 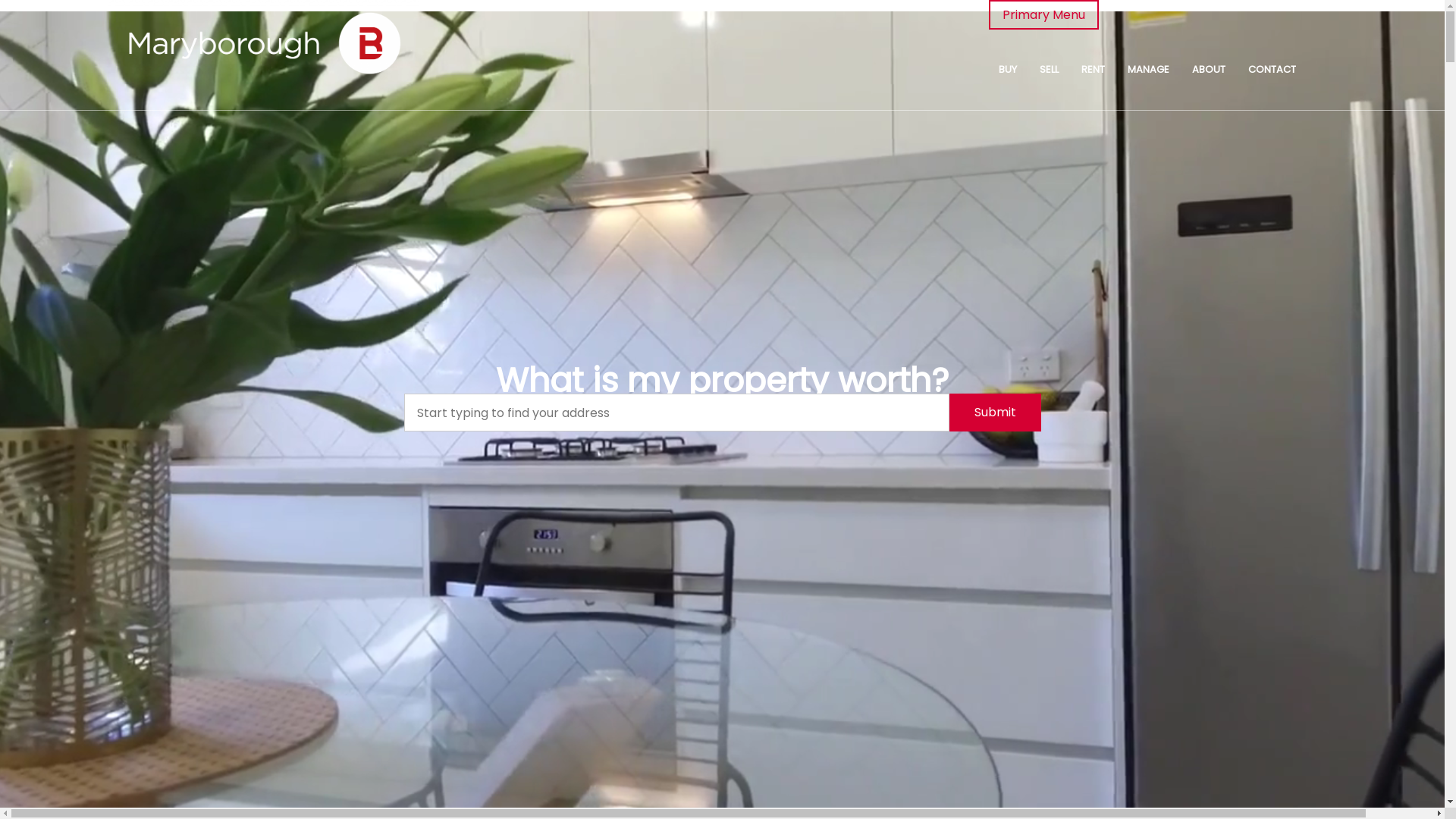 I want to click on 'CONTACT', so click(x=1272, y=70).